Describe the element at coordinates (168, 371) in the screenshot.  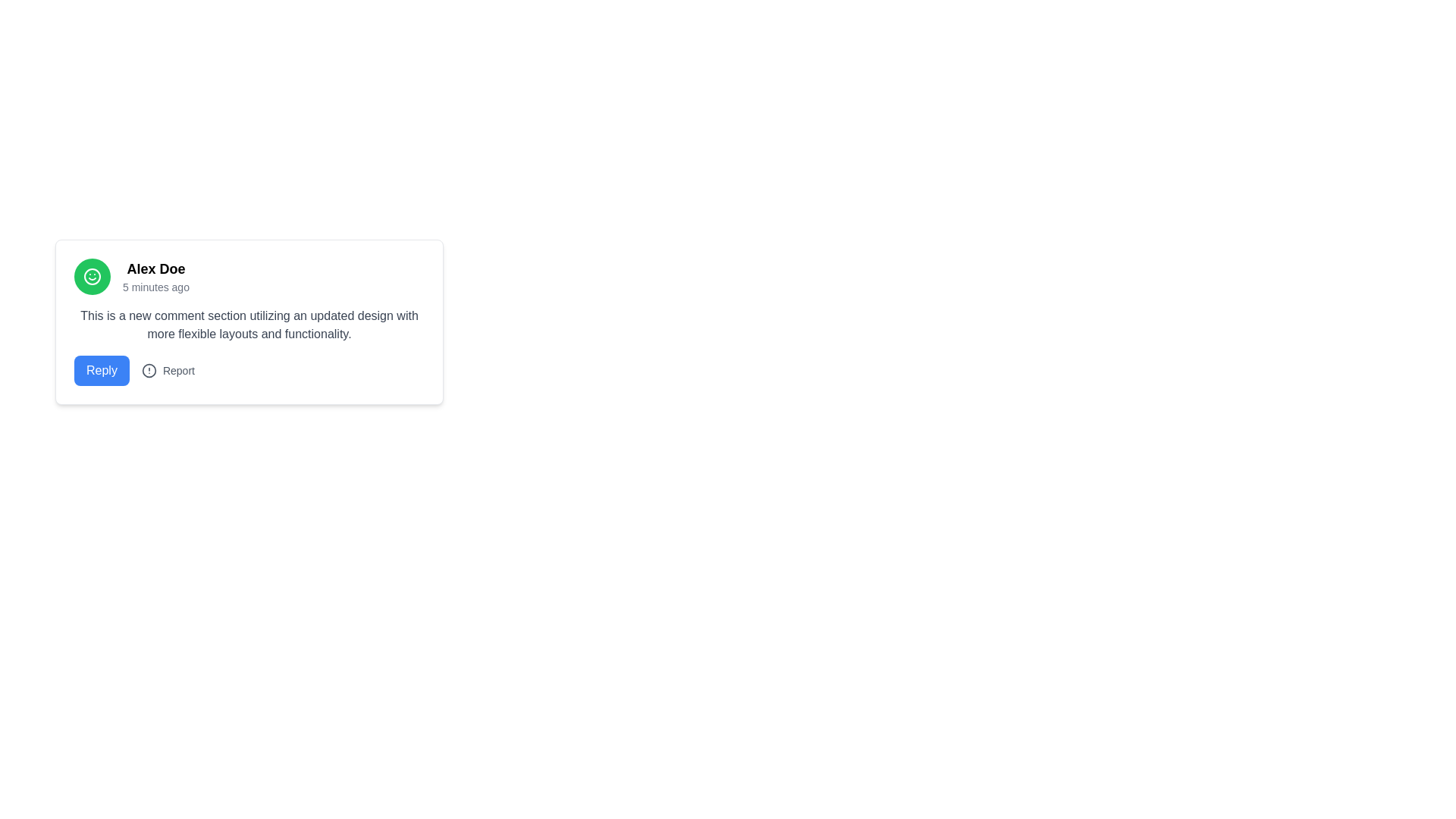
I see `the 'Report' label with a gray font and exclamation icon for a detailed tooltip` at that location.